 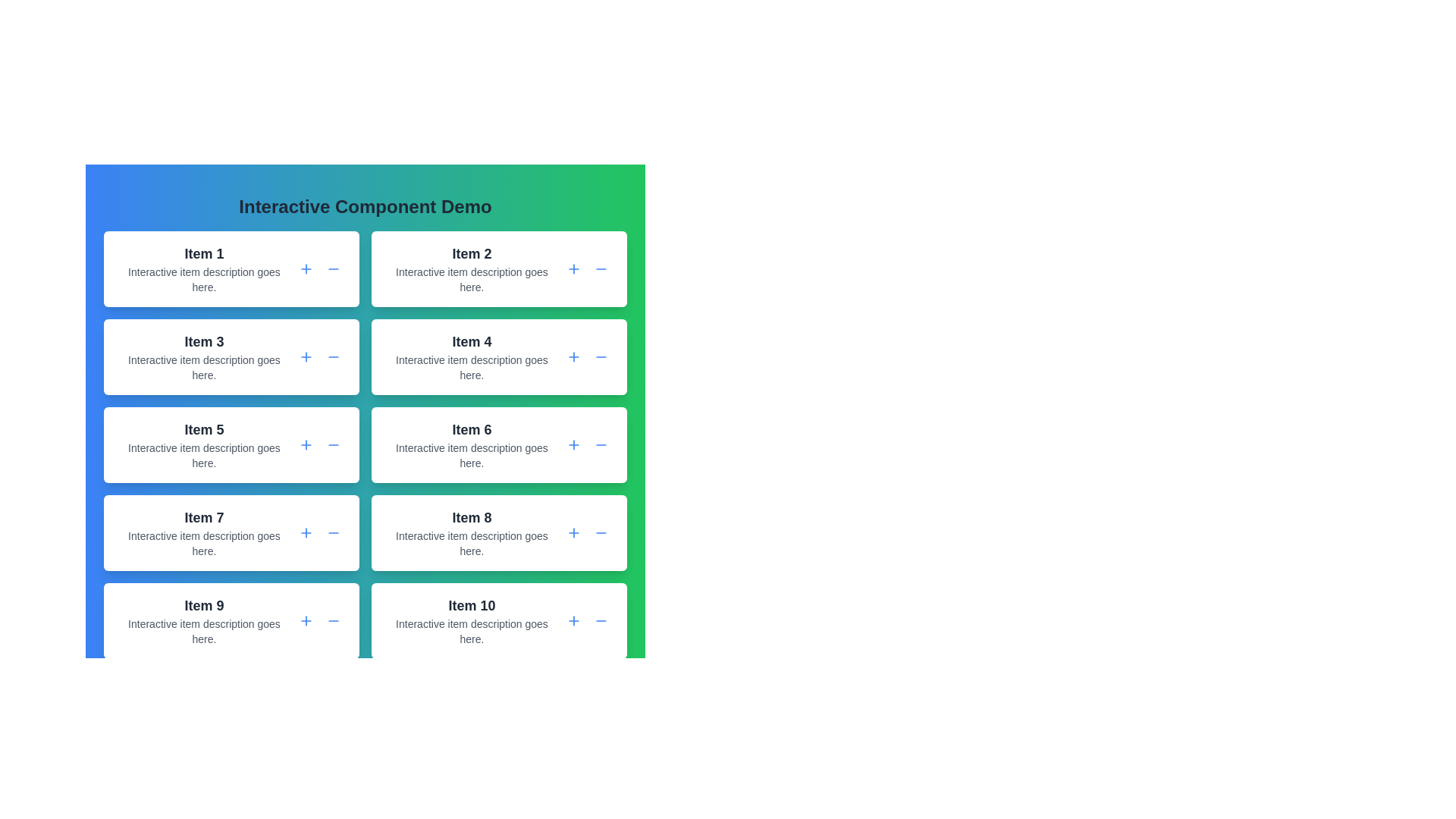 What do you see at coordinates (573, 620) in the screenshot?
I see `the button to increase the value related to 'Item 10', located to the right of its title and next to the minus icon` at bounding box center [573, 620].